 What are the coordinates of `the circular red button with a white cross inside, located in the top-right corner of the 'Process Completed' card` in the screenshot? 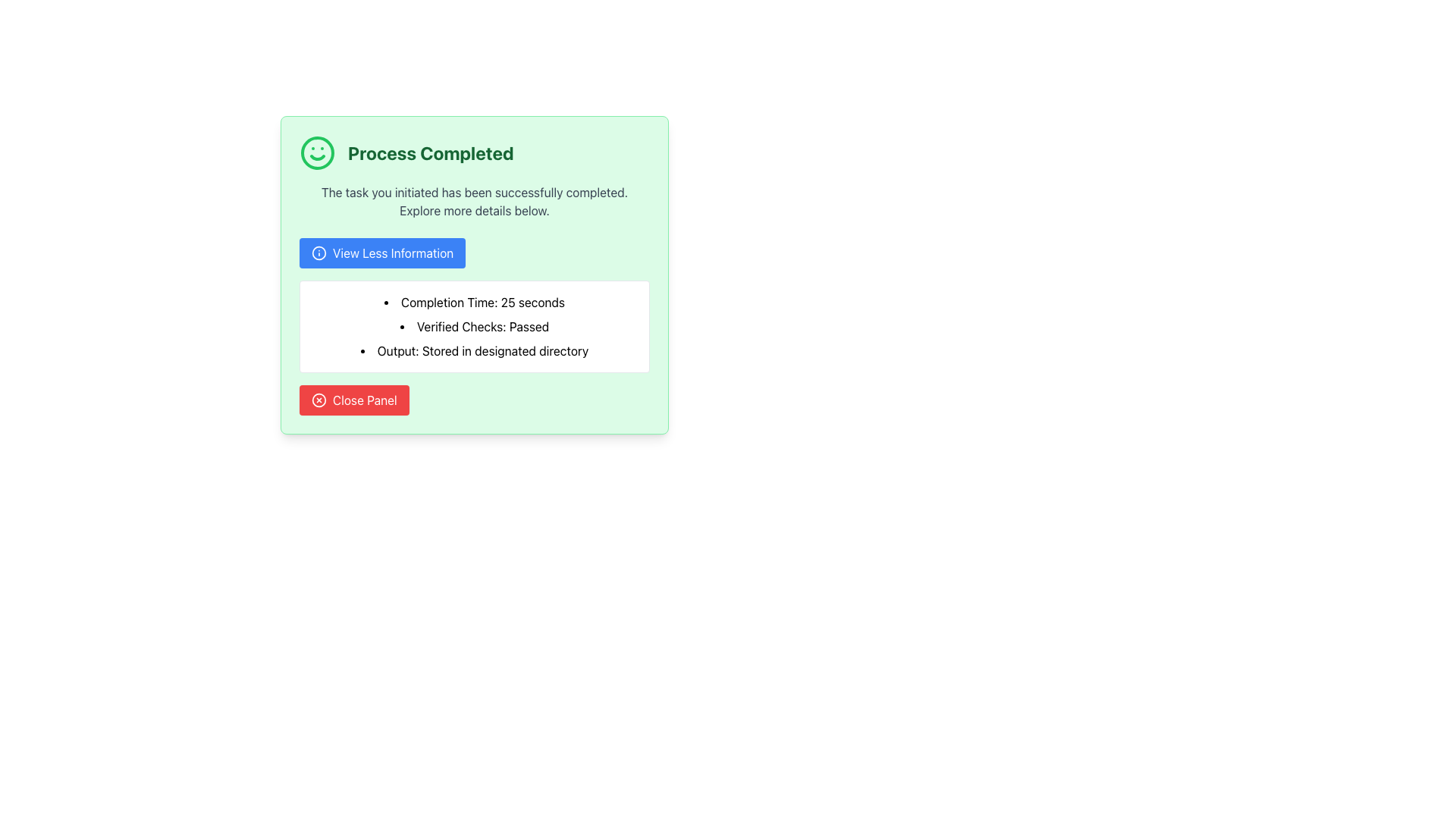 It's located at (318, 400).